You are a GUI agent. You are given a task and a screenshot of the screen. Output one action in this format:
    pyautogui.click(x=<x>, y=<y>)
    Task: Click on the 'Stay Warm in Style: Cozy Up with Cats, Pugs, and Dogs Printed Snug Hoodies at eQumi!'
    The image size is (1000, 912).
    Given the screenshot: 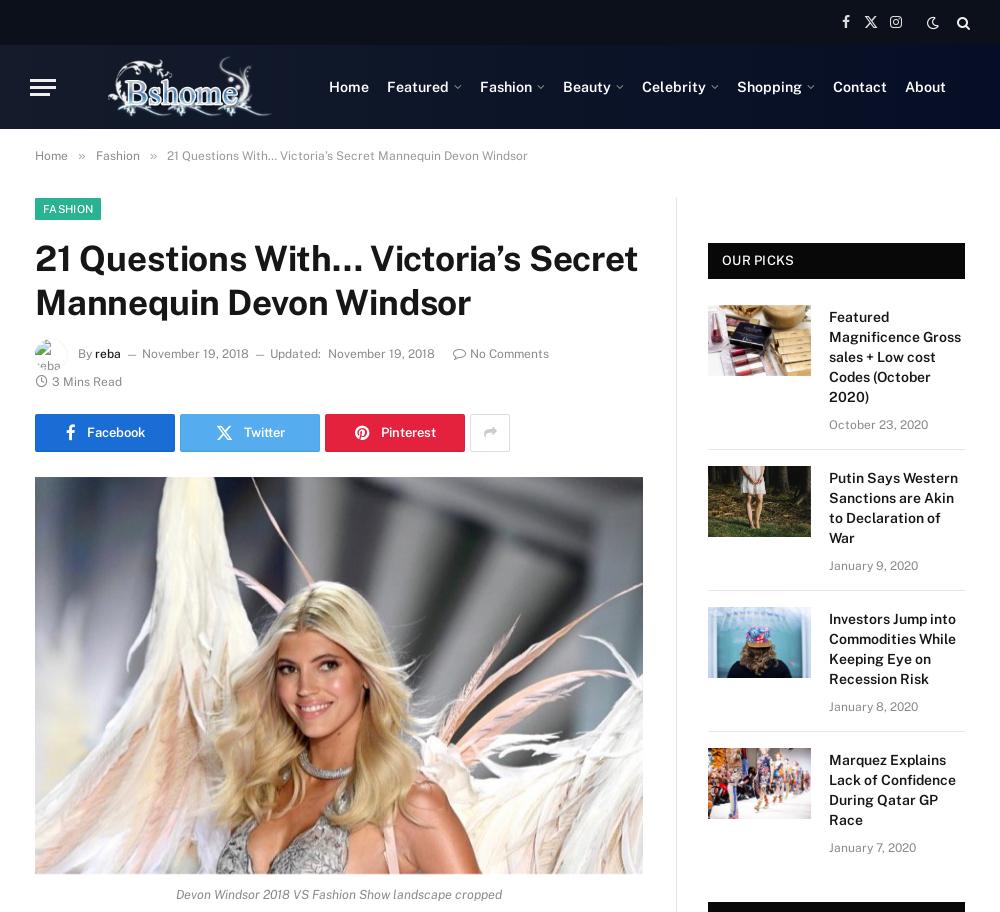 What is the action you would take?
    pyautogui.click(x=224, y=320)
    